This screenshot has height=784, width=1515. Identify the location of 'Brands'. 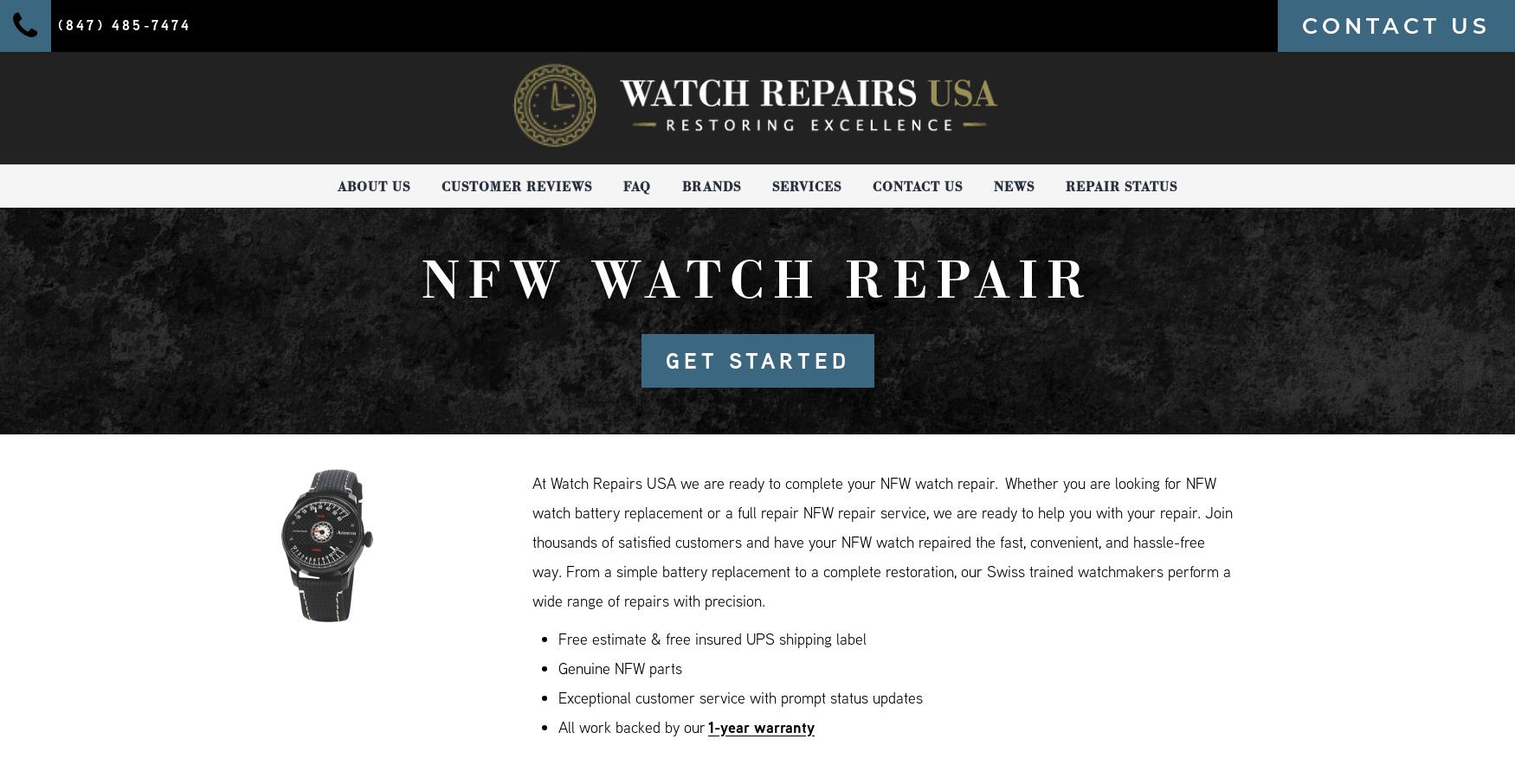
(711, 185).